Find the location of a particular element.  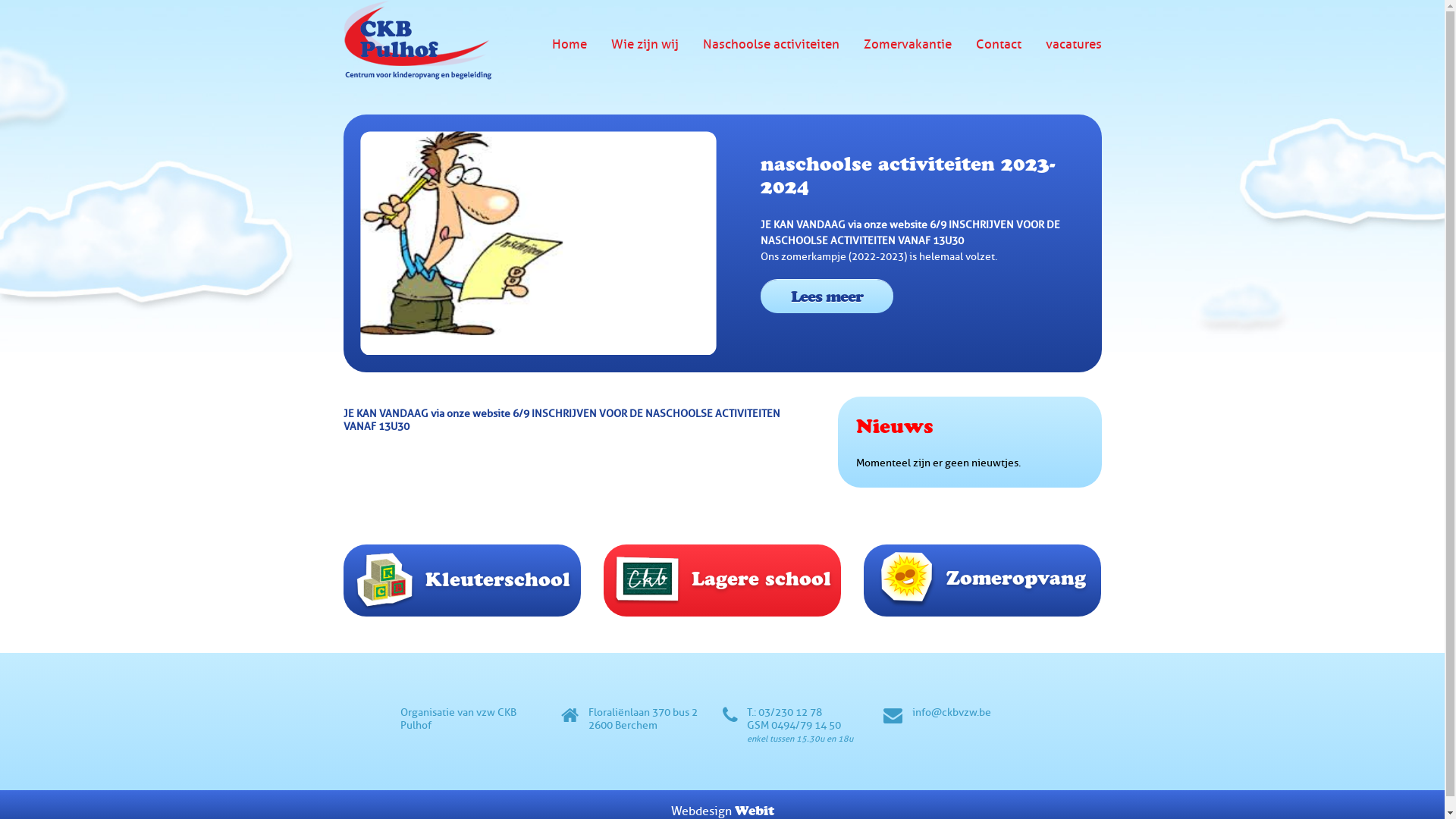

'Home' is located at coordinates (568, 43).